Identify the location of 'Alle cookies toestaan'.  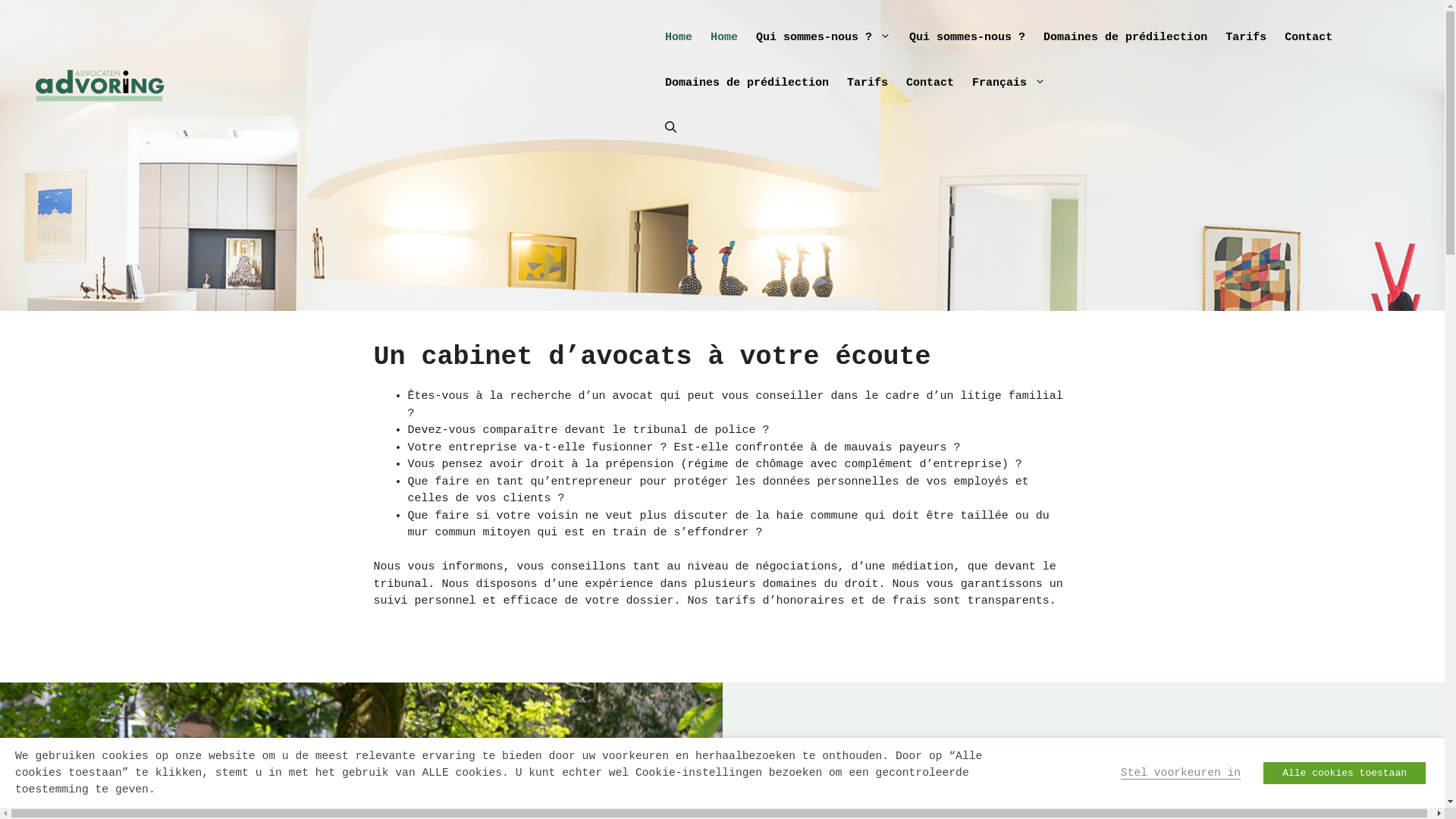
(1344, 772).